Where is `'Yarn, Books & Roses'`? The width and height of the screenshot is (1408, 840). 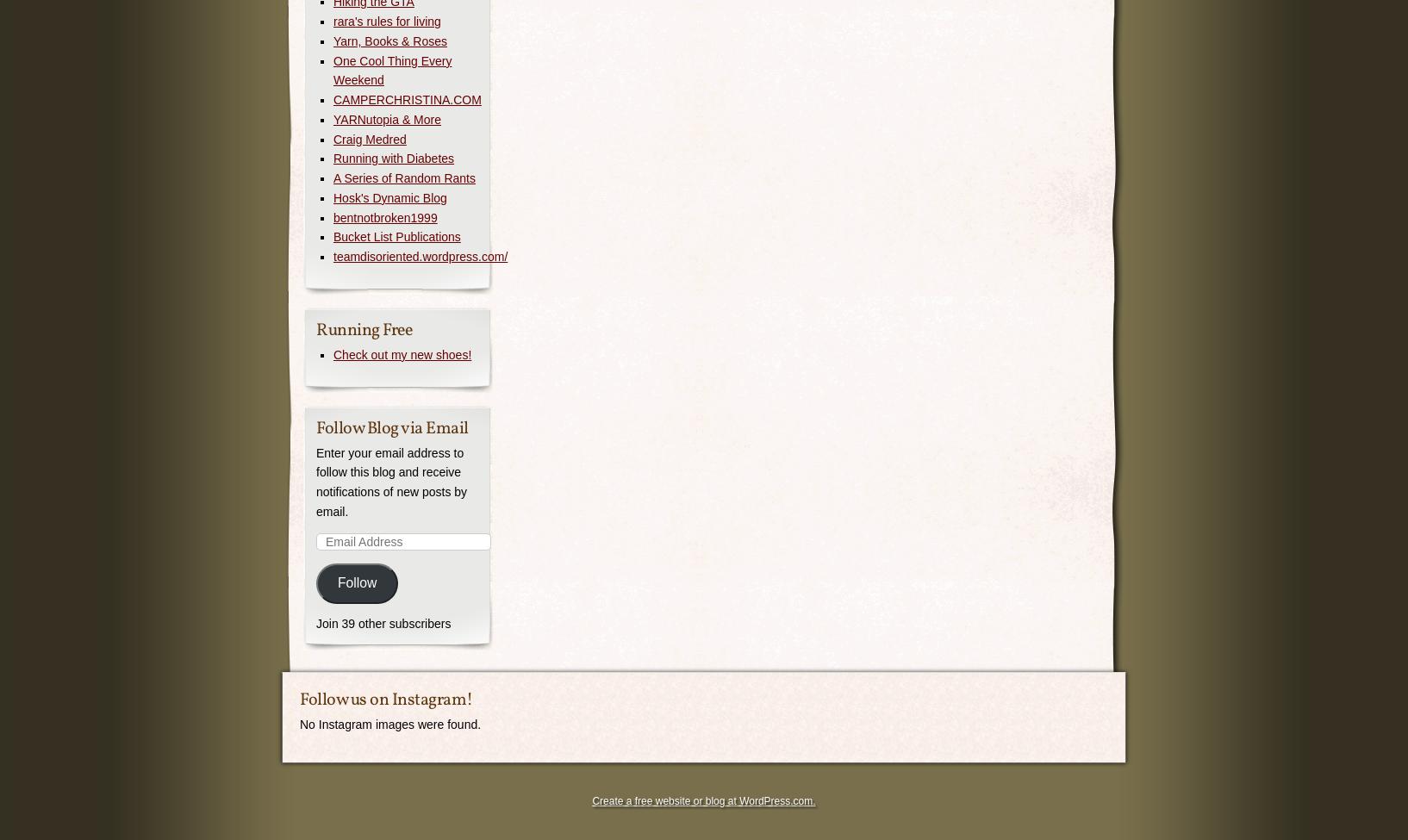
'Yarn, Books & Roses' is located at coordinates (389, 40).